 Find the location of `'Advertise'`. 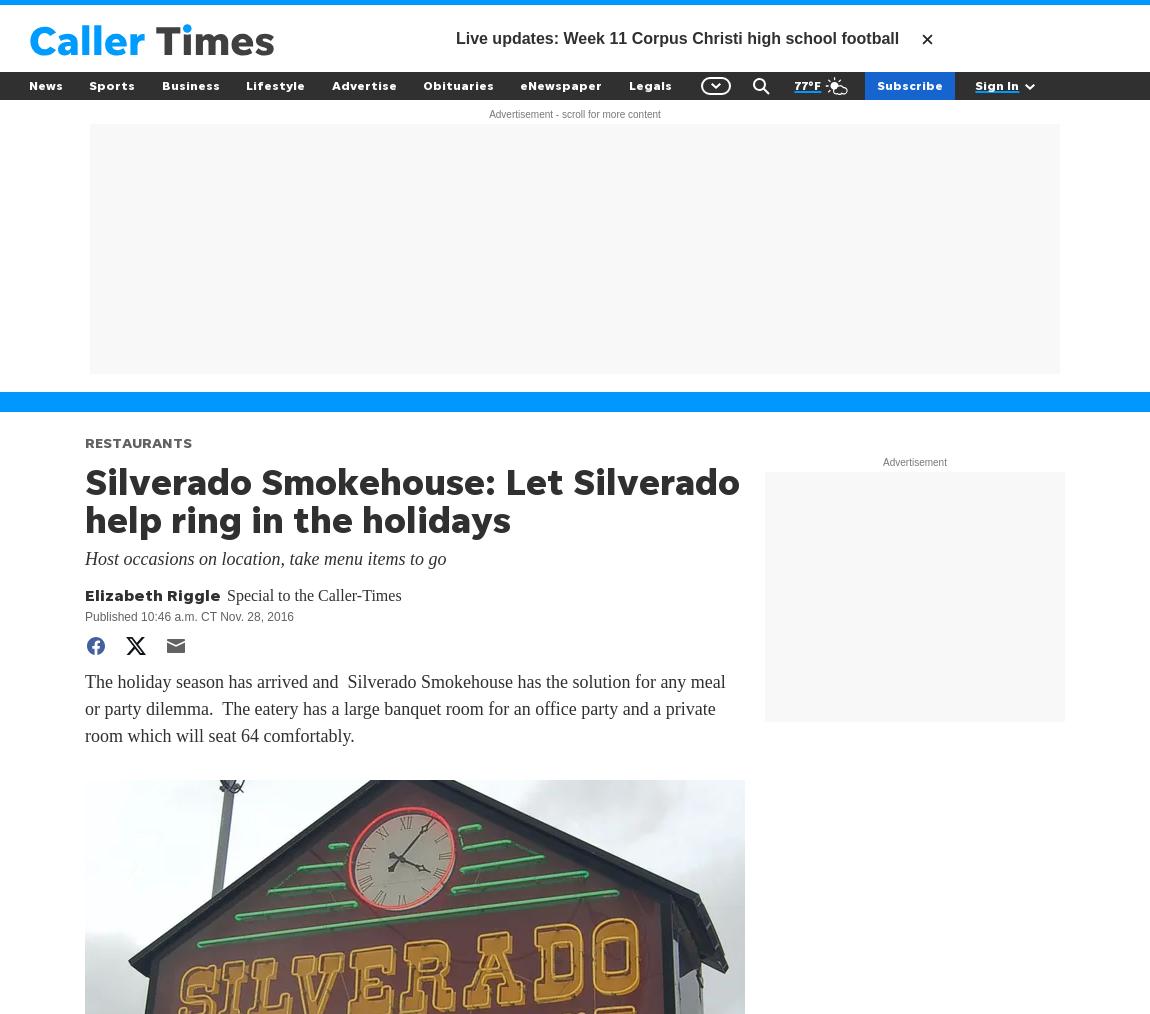

'Advertise' is located at coordinates (330, 84).